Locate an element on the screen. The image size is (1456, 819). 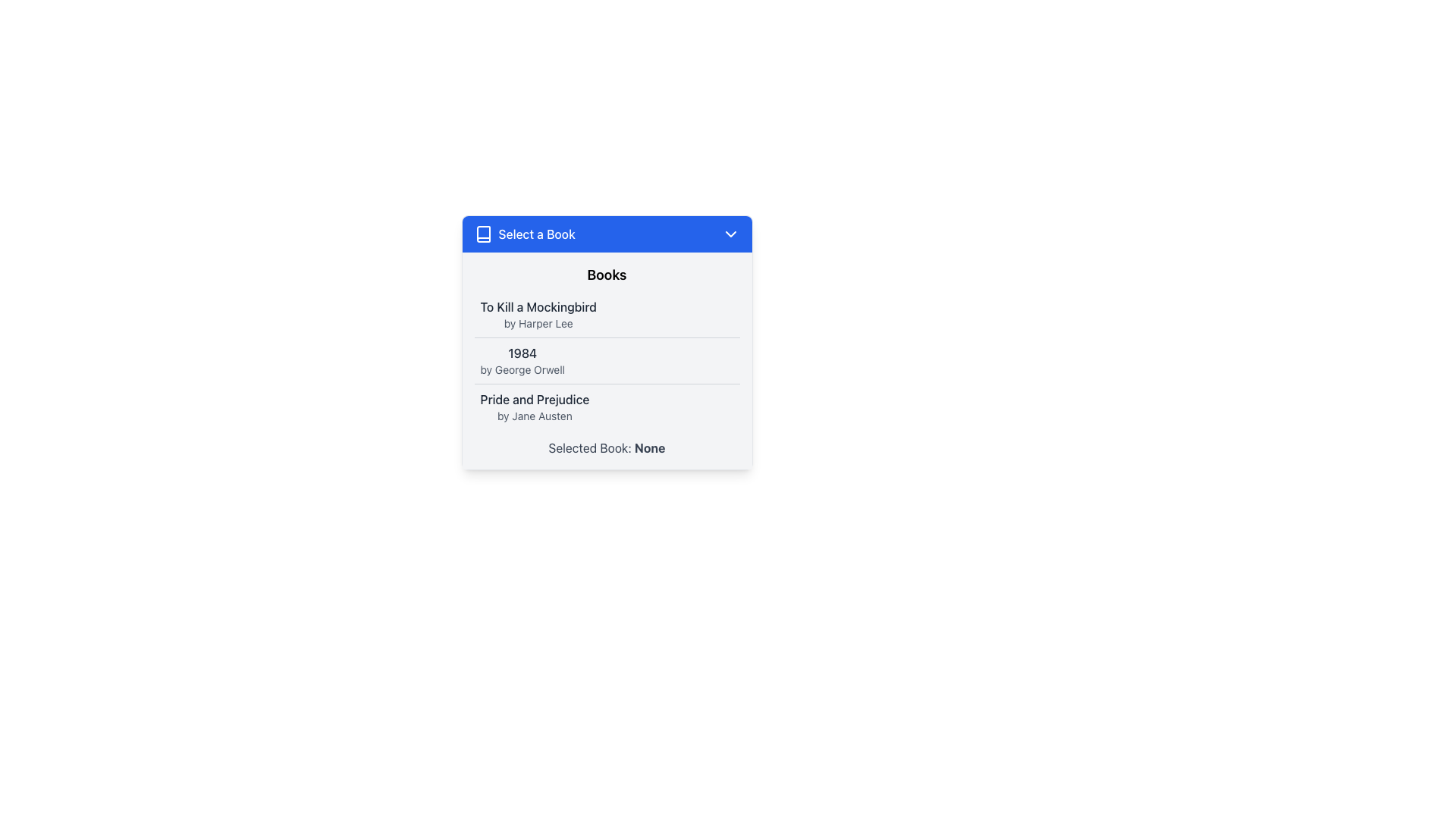
the text label that reads '1984' in bold, dark gray font, which is positioned centrally within the list of books is located at coordinates (522, 353).